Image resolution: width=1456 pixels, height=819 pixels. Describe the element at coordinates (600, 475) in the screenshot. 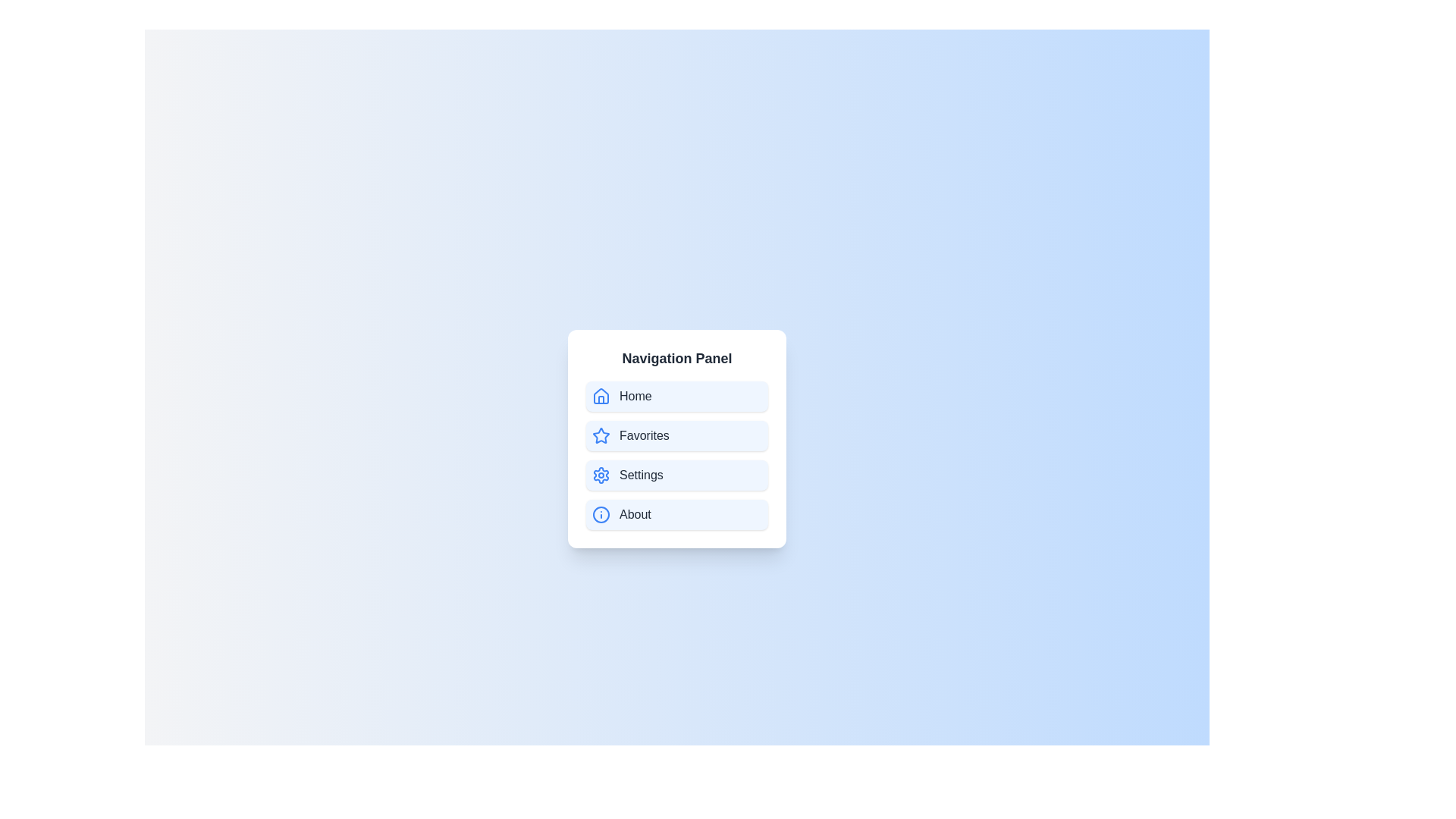

I see `the cog-shaped settings icon located in the navigation panel` at that location.